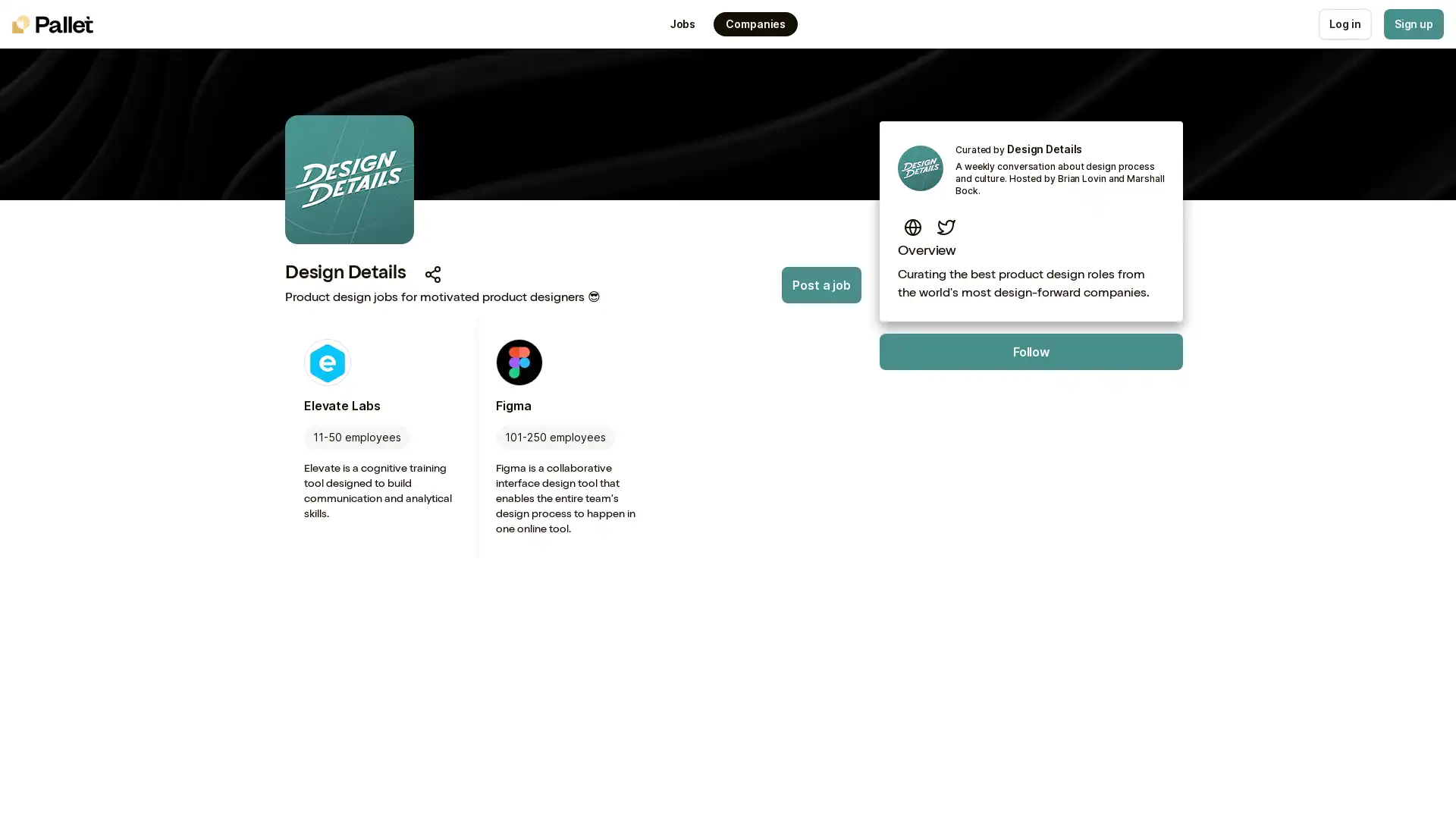 The height and width of the screenshot is (819, 1456). I want to click on Sign up, so click(1412, 24).